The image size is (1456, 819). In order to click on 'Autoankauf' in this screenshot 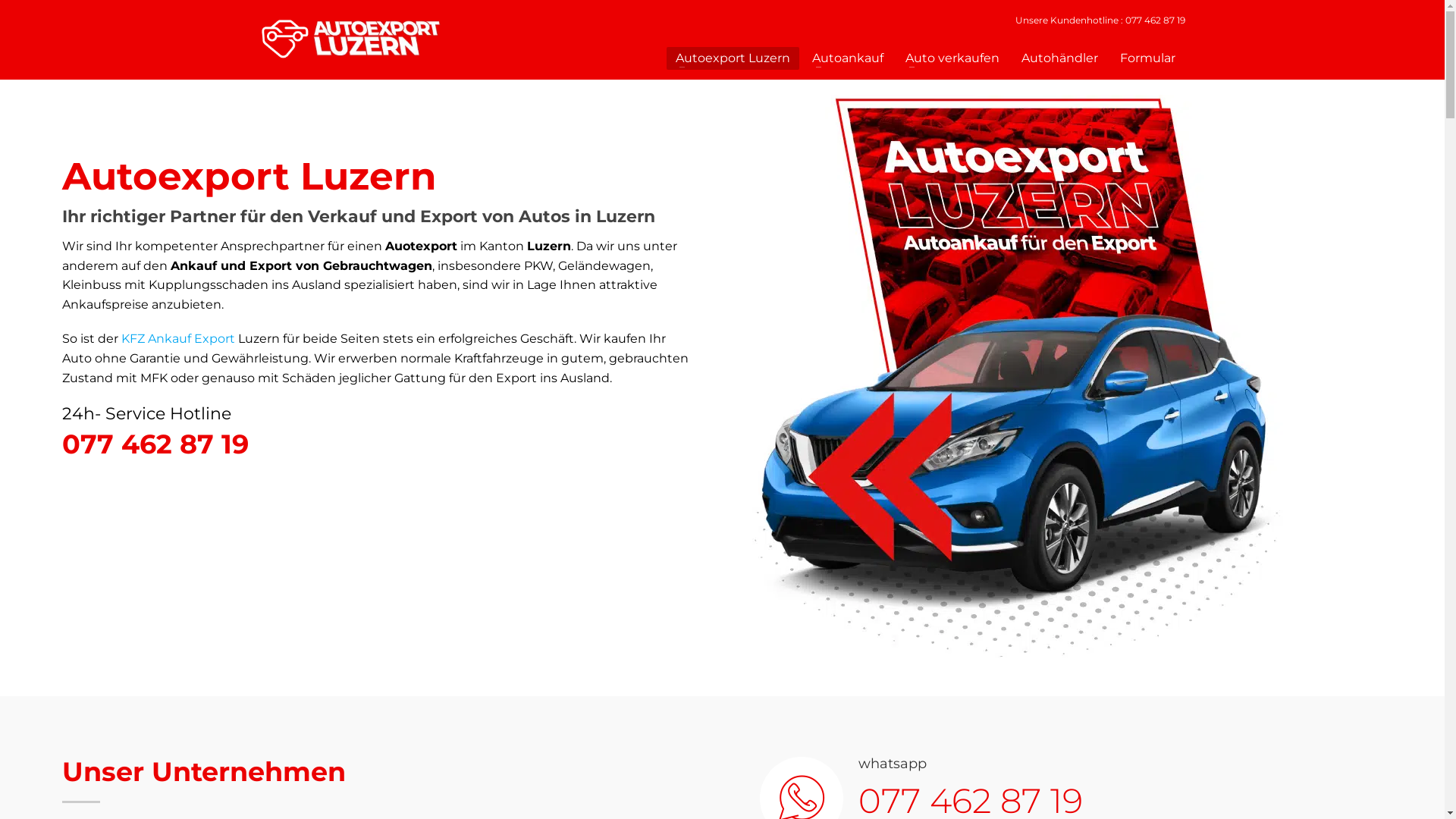, I will do `click(847, 58)`.